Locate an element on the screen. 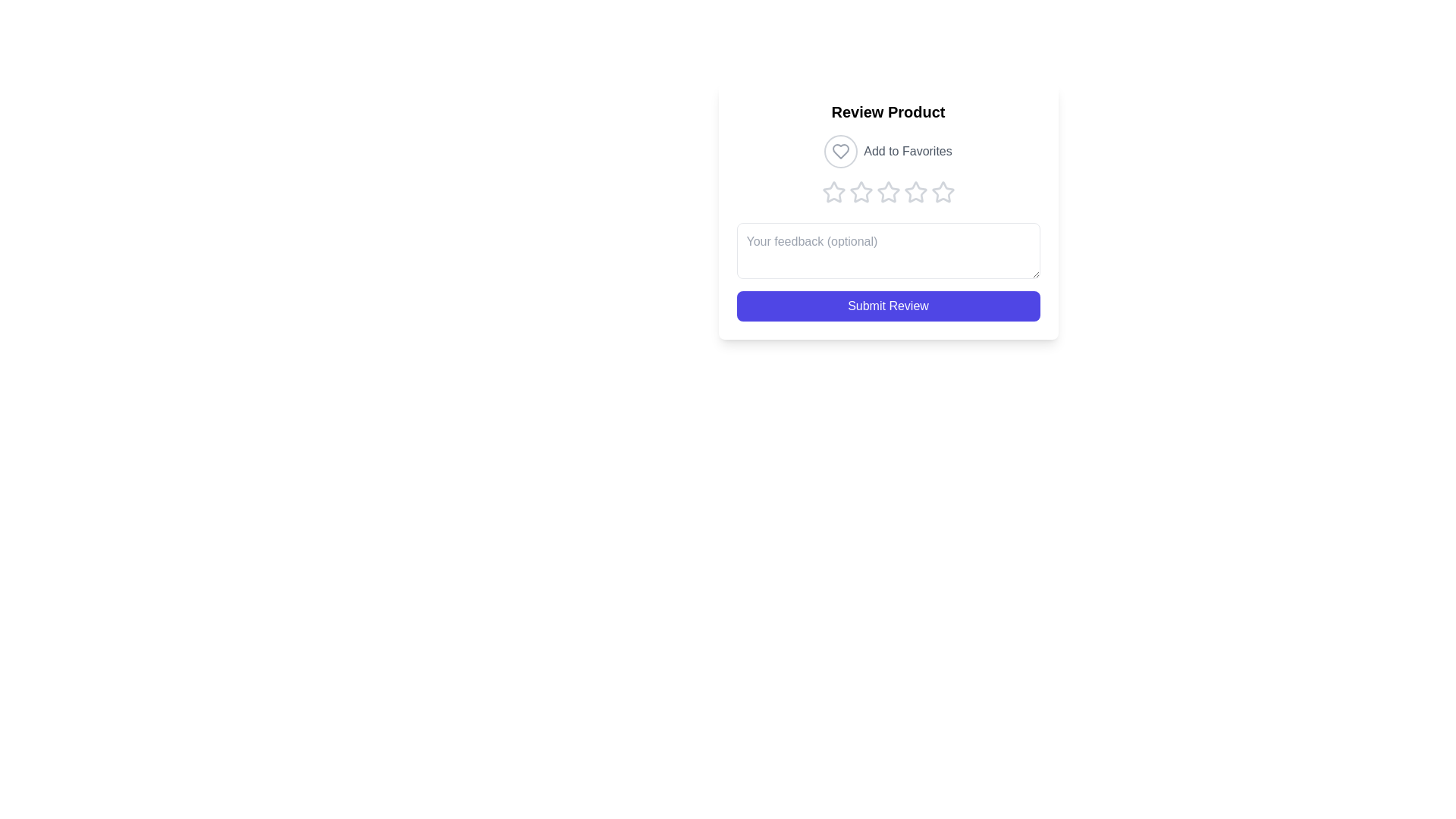 This screenshot has height=819, width=1456. the third star icon in the rating component is located at coordinates (915, 191).